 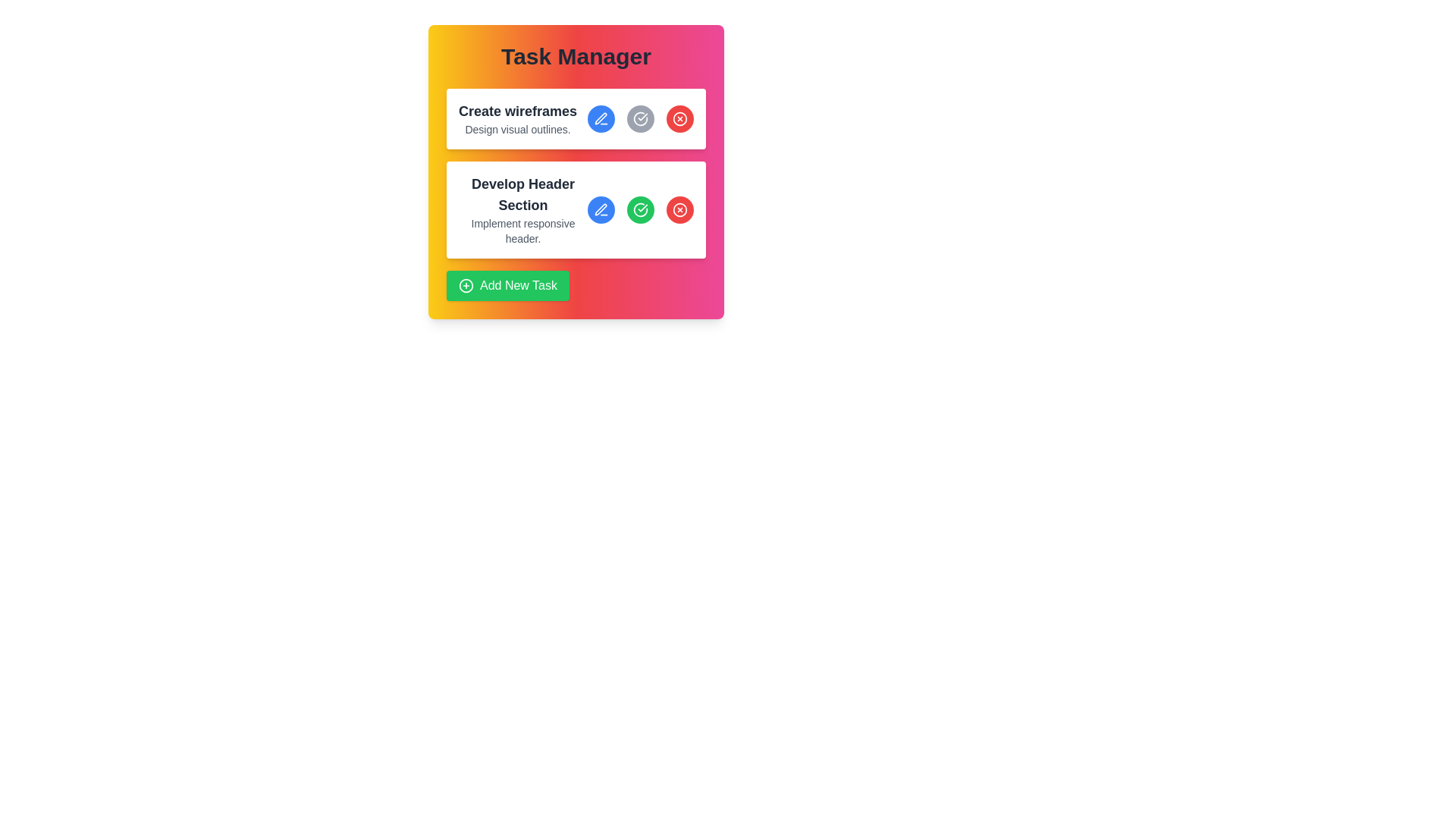 I want to click on the Icon Button resembling a pen, which is styled with a blue circular background and white pen graphic, located in the first task card labeled 'Create wireframes', so click(x=600, y=118).